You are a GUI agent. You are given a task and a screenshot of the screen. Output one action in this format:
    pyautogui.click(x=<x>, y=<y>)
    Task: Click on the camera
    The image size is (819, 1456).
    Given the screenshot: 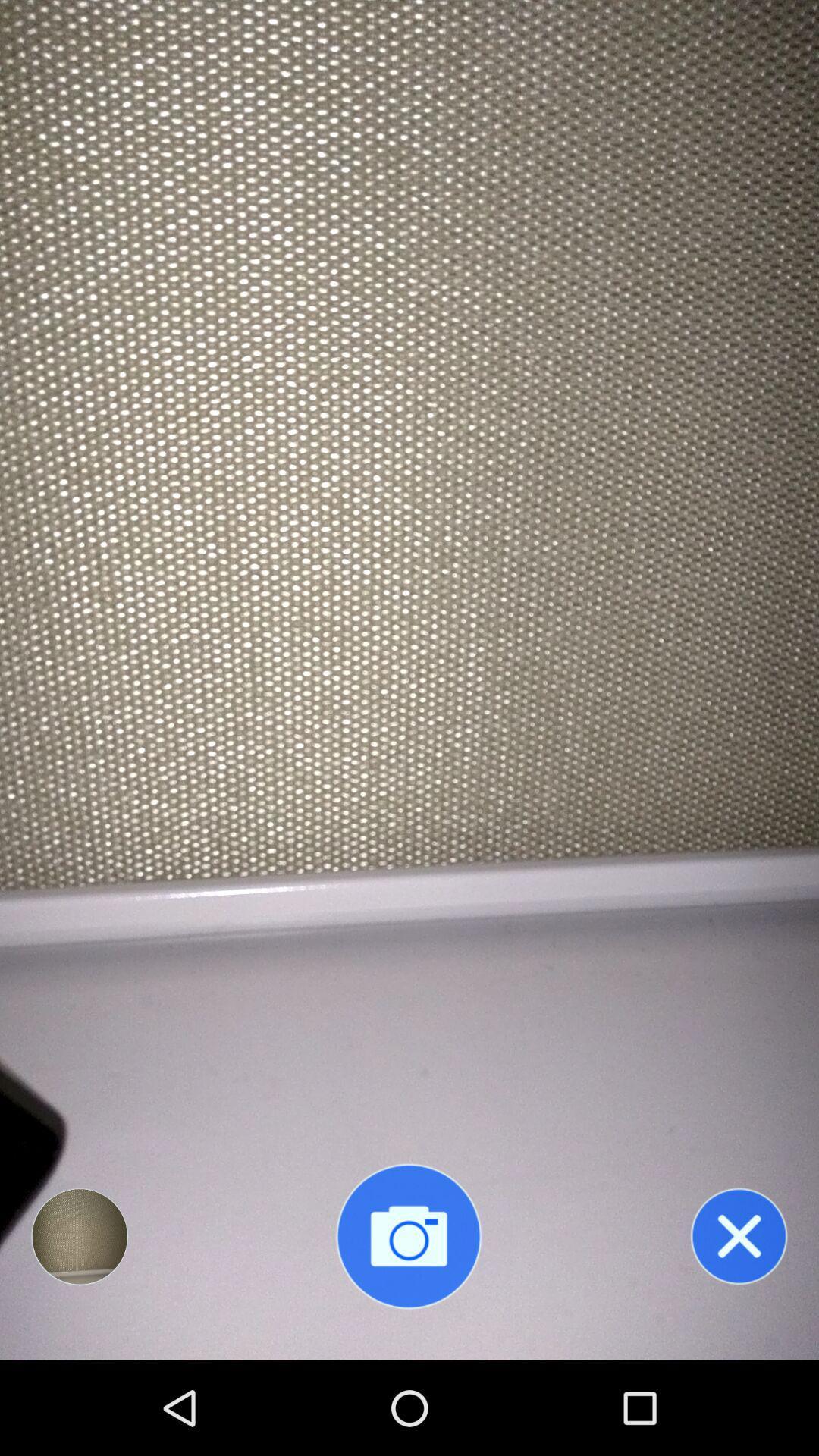 What is the action you would take?
    pyautogui.click(x=408, y=1236)
    